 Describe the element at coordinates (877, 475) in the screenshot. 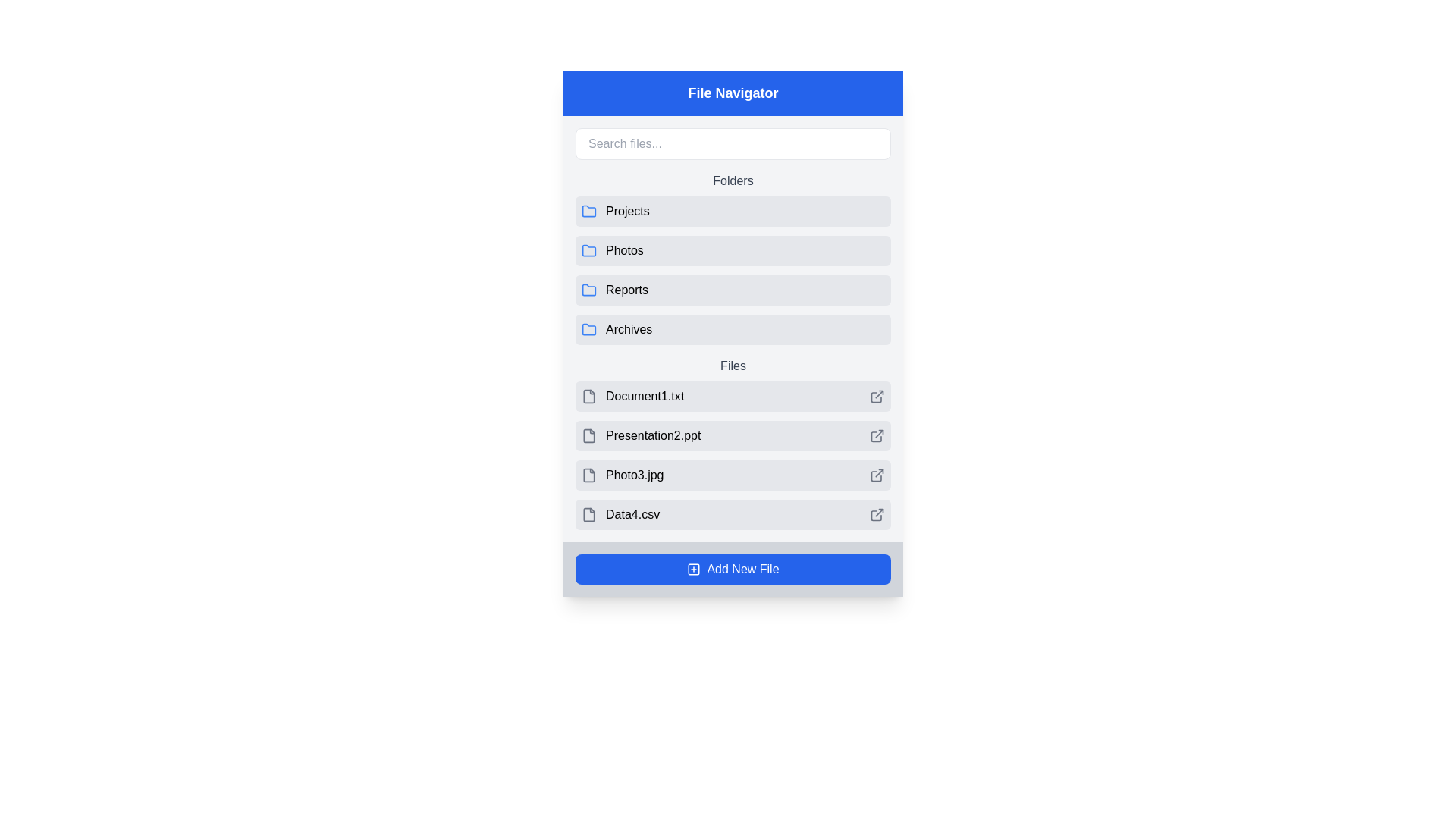

I see `the Icon button located at the far right of the row labeled 'Photo3.jpg' in the Files section` at that location.